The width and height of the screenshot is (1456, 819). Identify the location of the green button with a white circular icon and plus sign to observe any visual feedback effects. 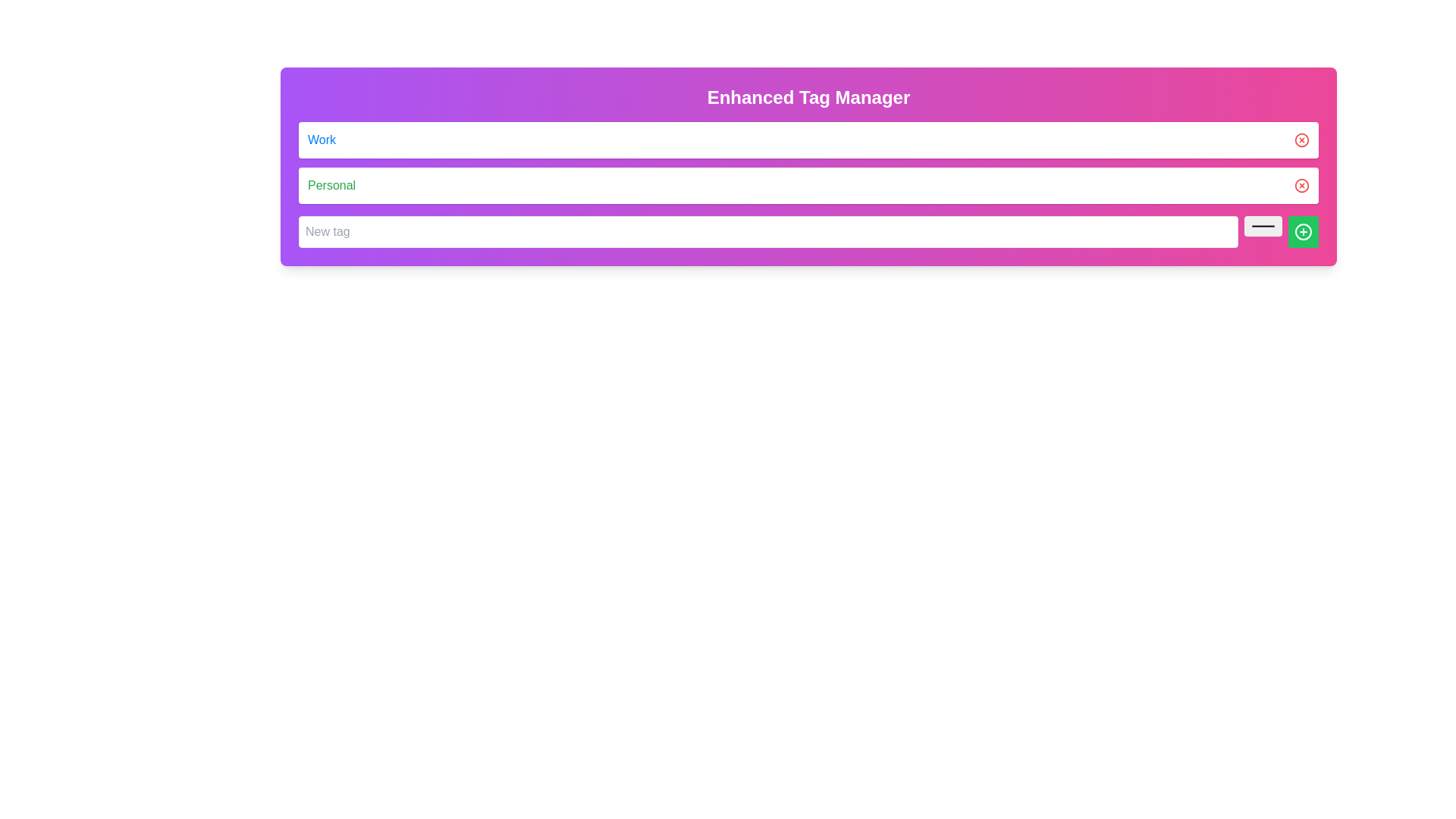
(1302, 231).